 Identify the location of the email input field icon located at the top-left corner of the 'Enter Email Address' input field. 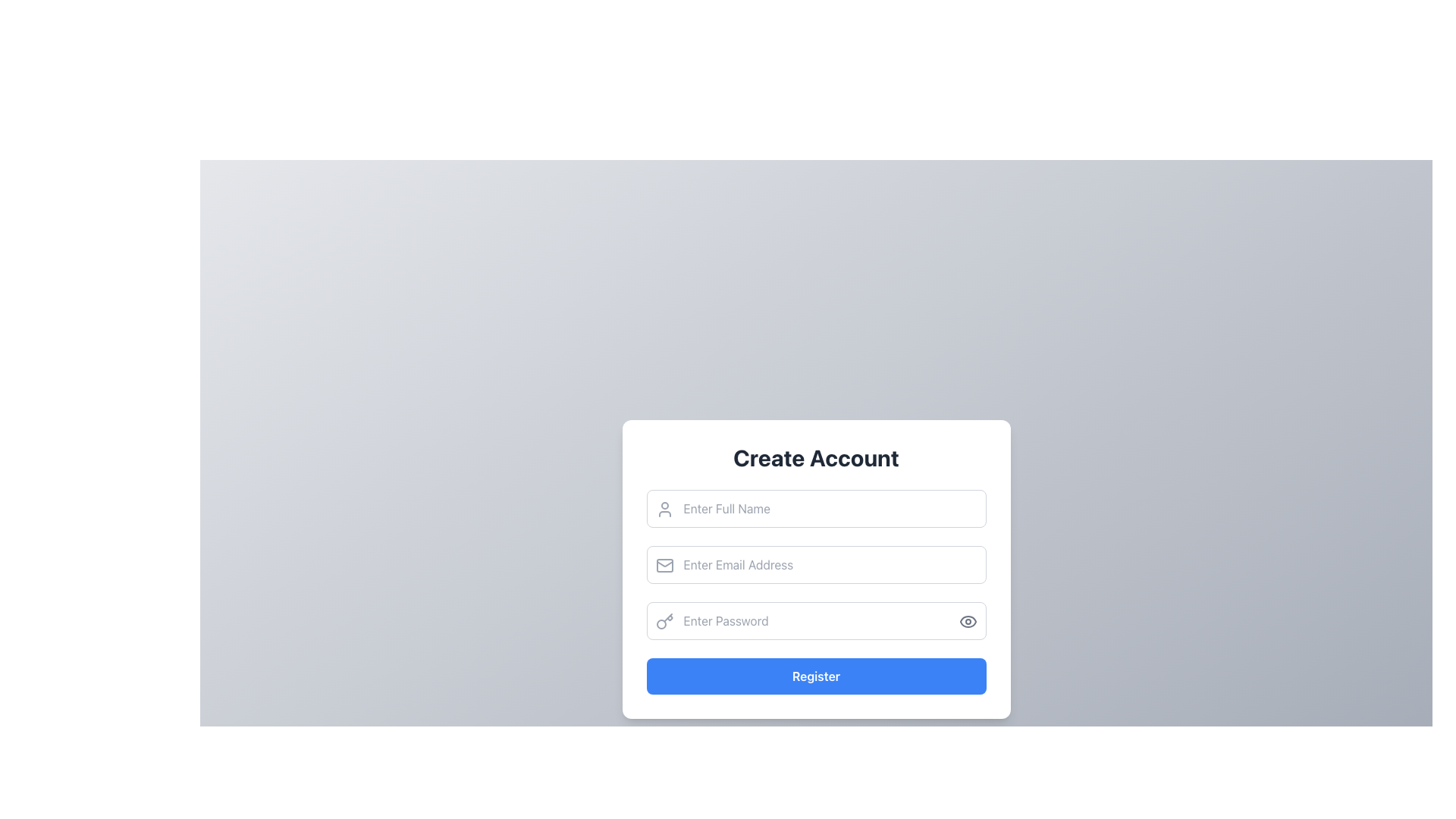
(664, 565).